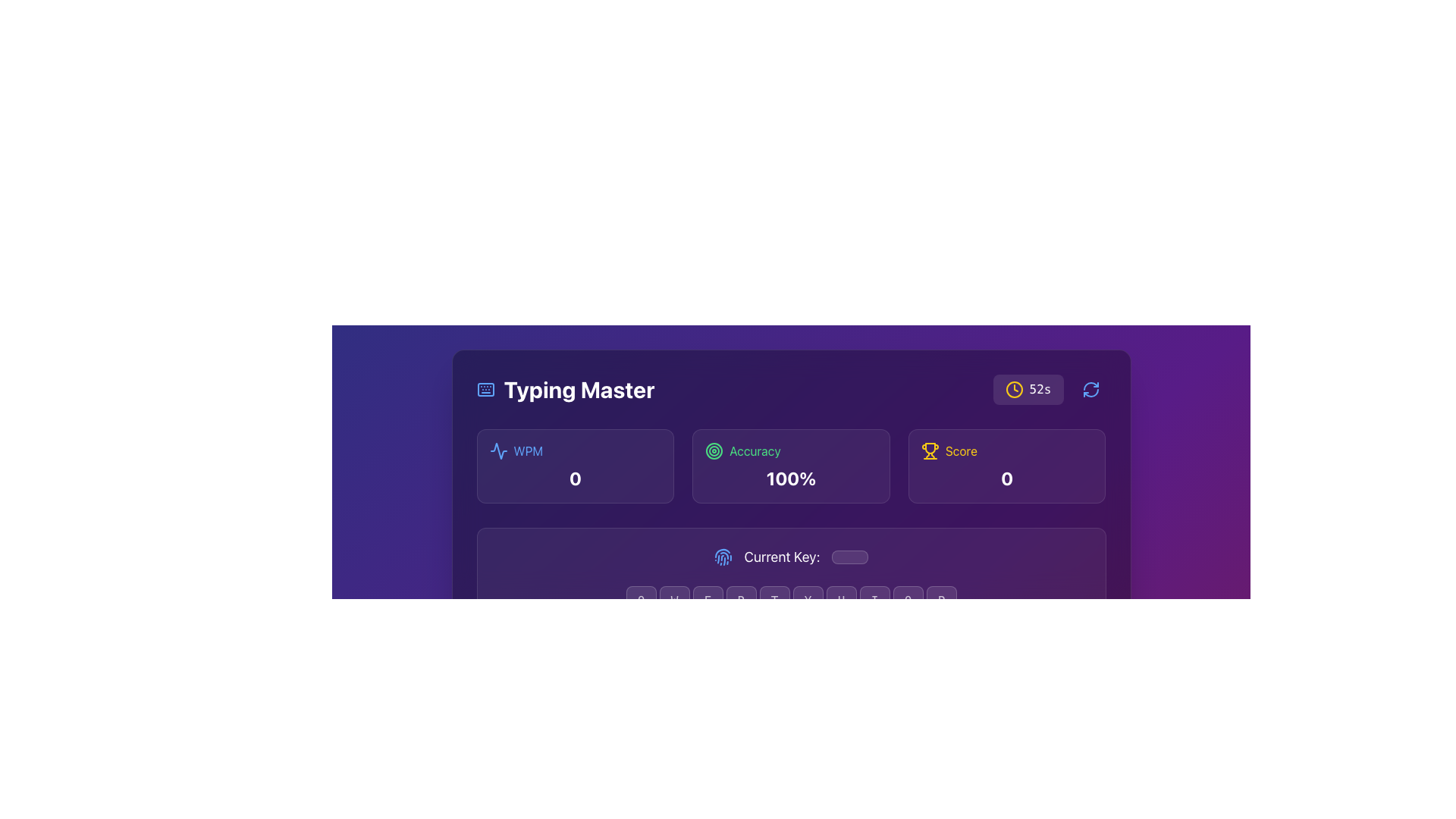  Describe the element at coordinates (1007, 479) in the screenshot. I see `the static text label displaying the current score, located below the 'Score' label and adjacent to a trophy icon` at that location.